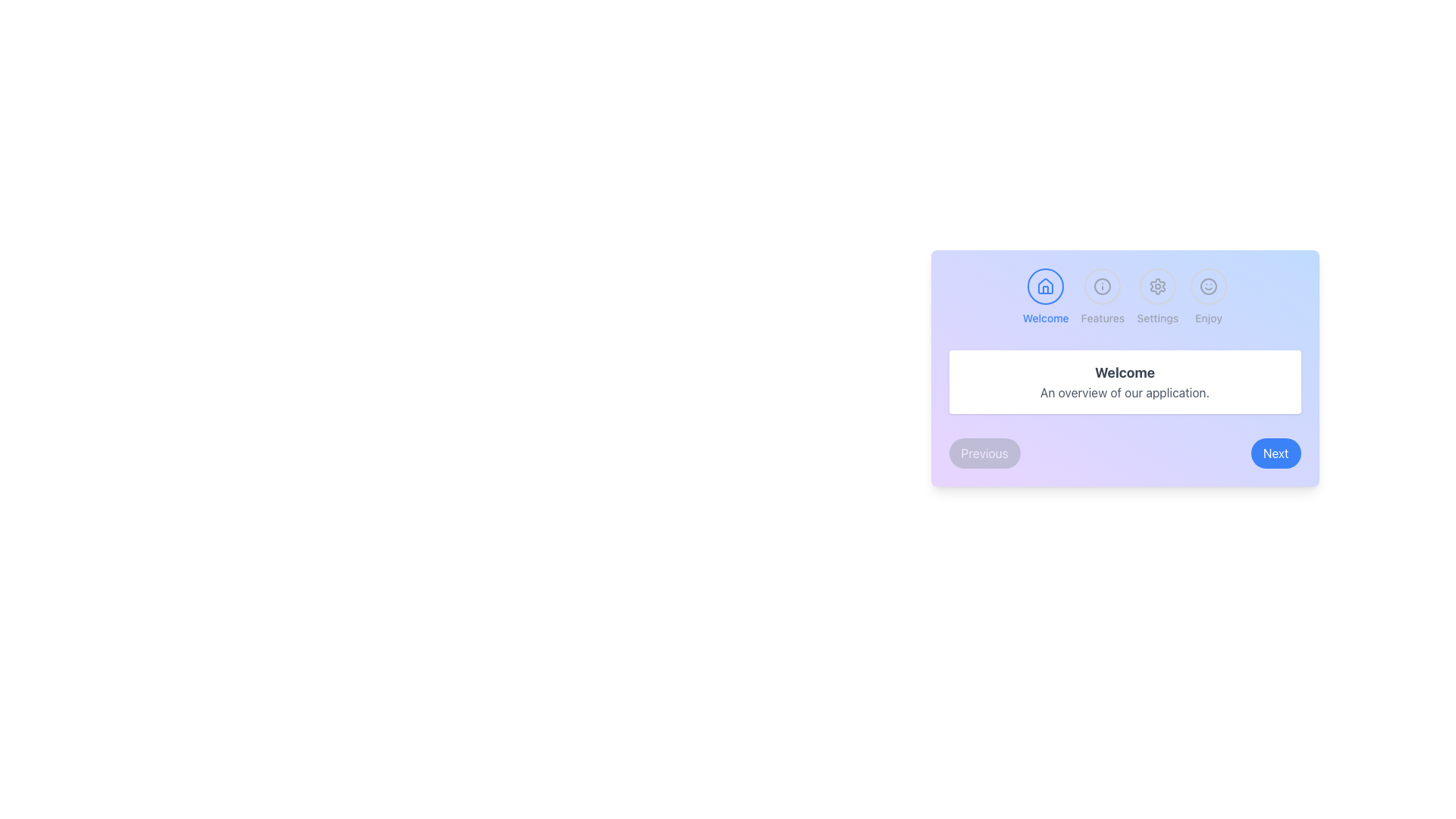  What do you see at coordinates (1045, 297) in the screenshot?
I see `the circular button with a house symbol and the label 'Welcome'` at bounding box center [1045, 297].